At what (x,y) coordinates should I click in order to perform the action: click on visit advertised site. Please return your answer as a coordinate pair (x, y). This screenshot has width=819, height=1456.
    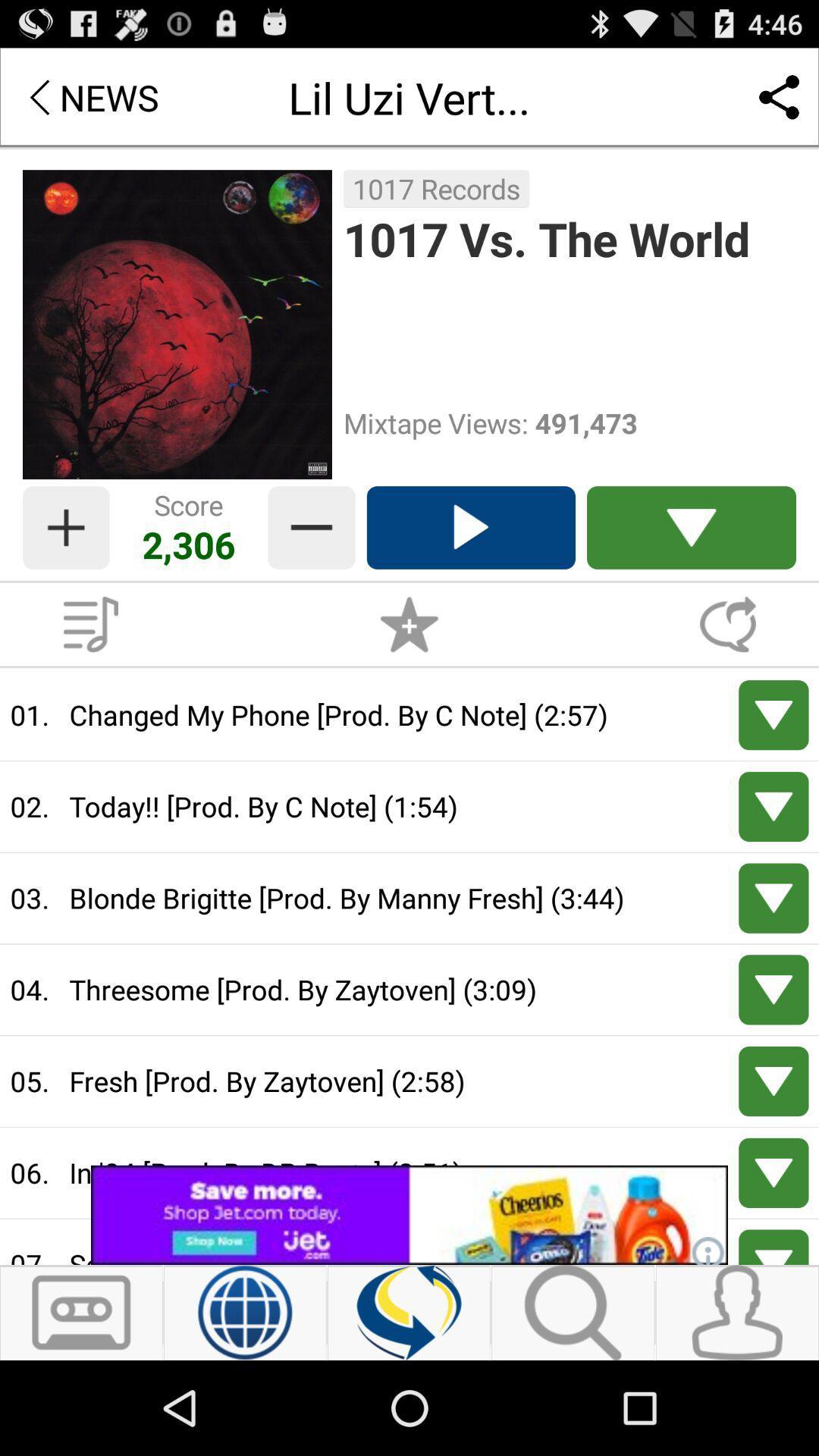
    Looking at the image, I should click on (409, 1215).